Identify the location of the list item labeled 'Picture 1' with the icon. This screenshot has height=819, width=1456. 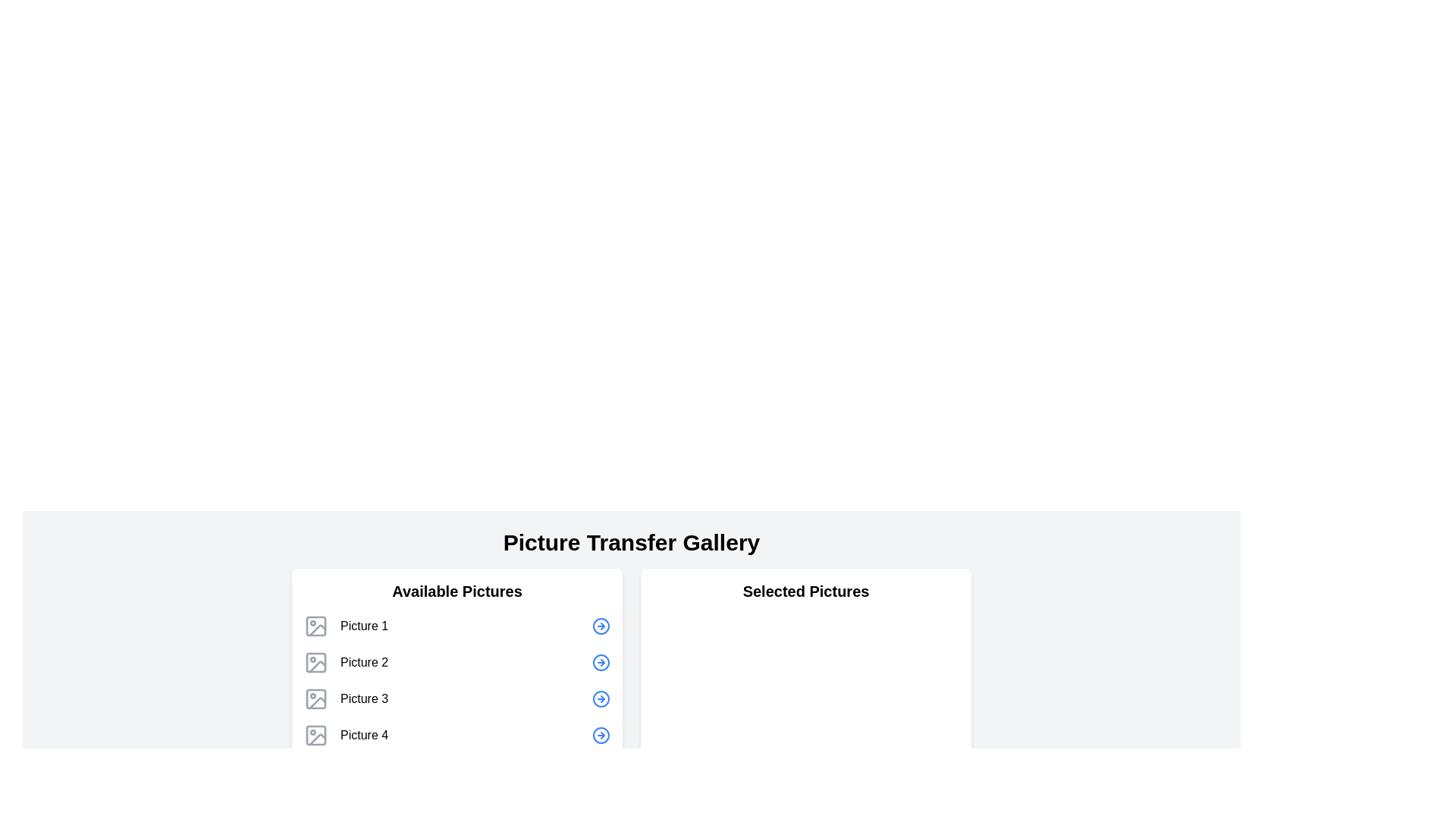
(345, 626).